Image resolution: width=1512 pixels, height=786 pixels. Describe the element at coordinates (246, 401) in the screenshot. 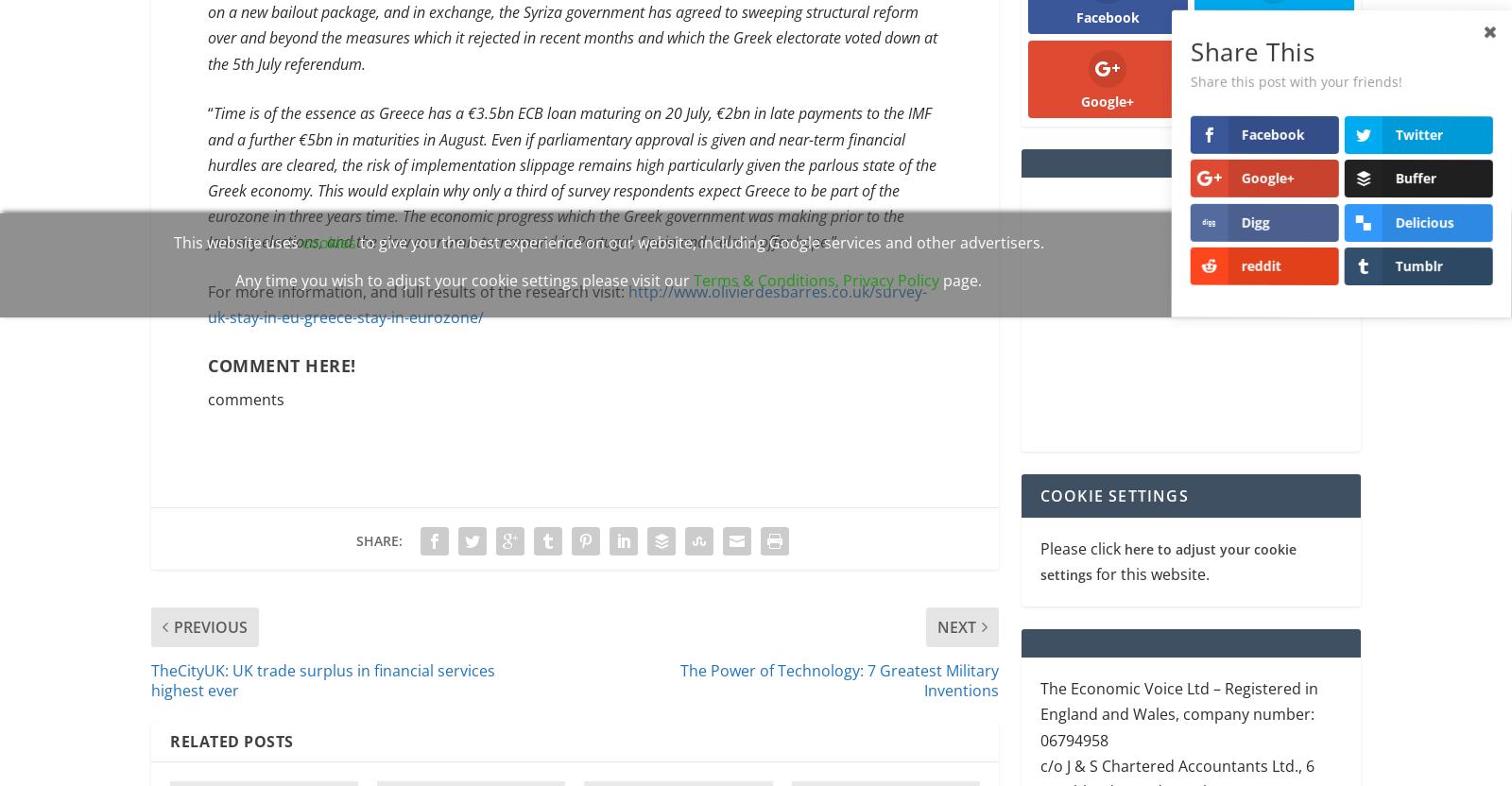

I see `'comments'` at that location.